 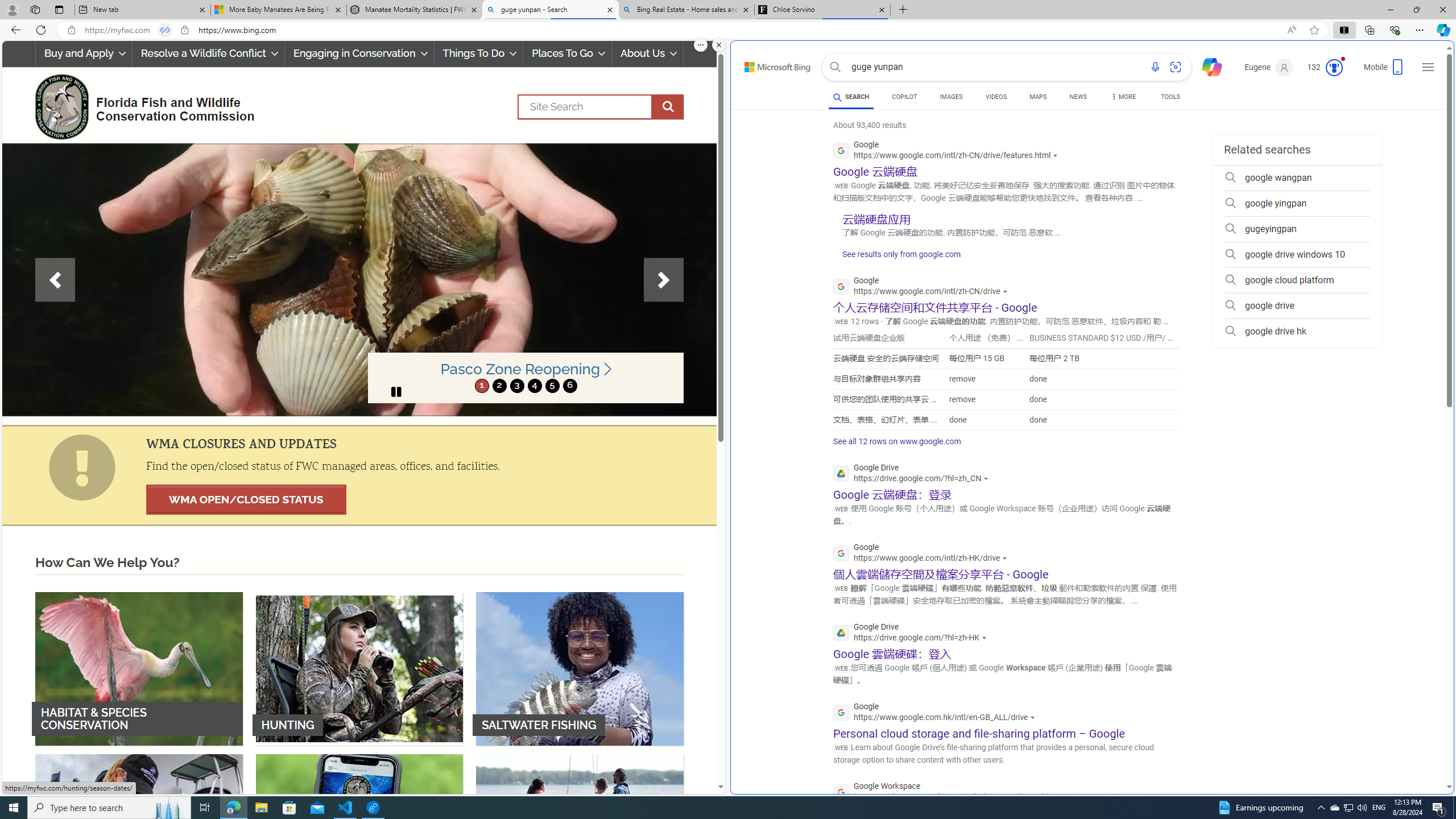 What do you see at coordinates (1416, 9) in the screenshot?
I see `'Restore'` at bounding box center [1416, 9].